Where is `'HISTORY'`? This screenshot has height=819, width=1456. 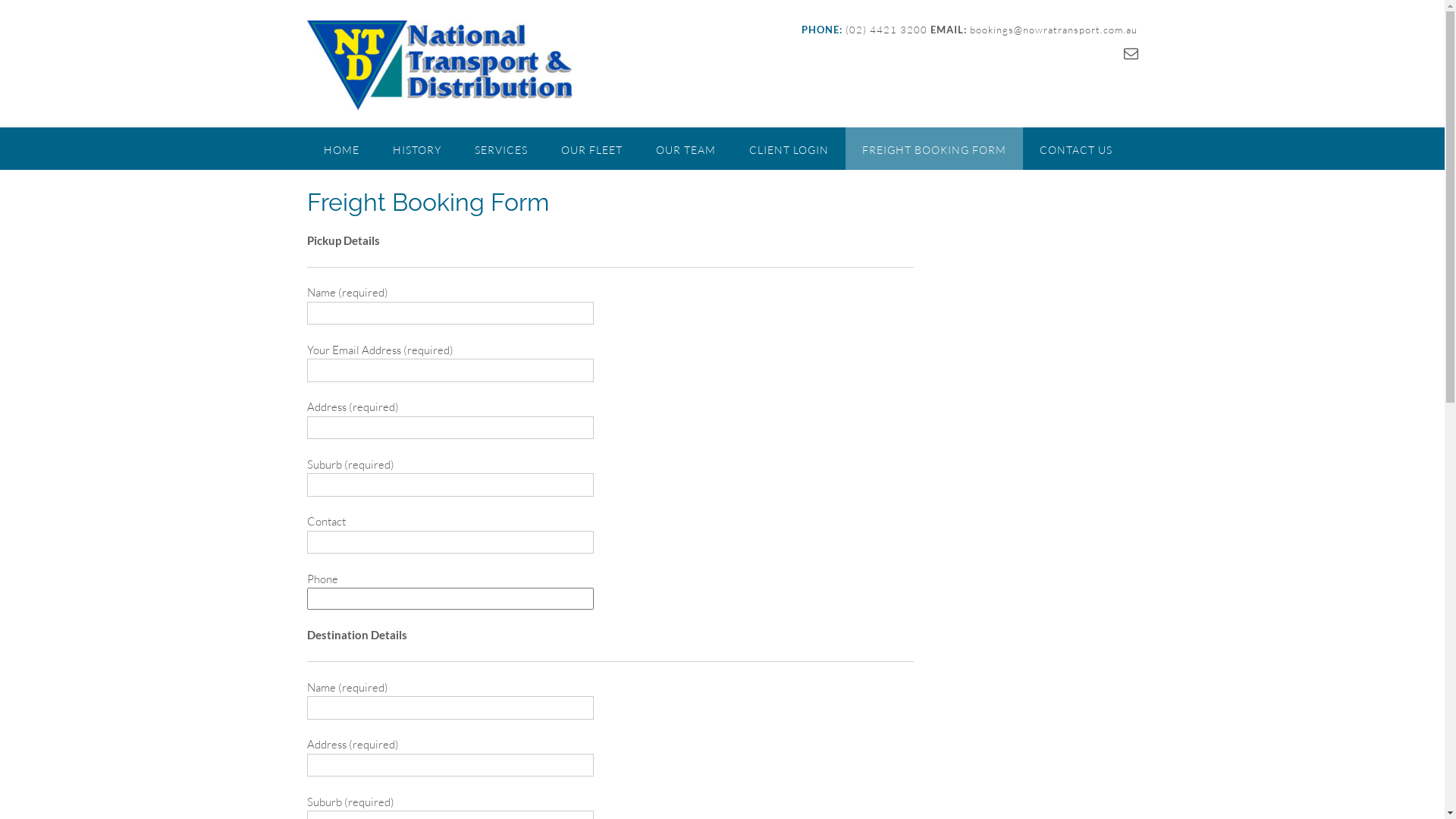
'HISTORY' is located at coordinates (417, 149).